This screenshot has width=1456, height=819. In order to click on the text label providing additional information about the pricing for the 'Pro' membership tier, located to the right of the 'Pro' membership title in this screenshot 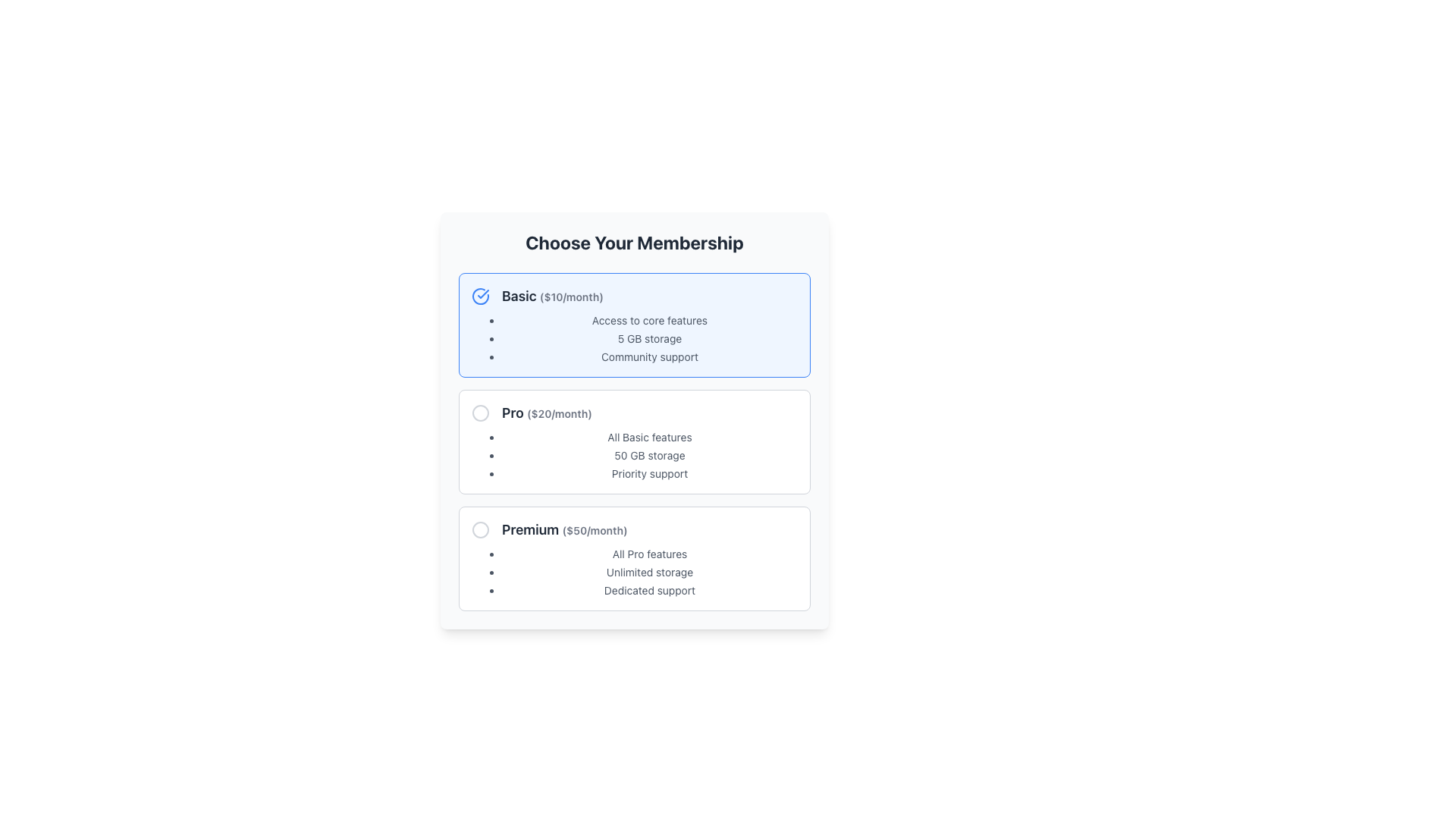, I will do `click(558, 413)`.